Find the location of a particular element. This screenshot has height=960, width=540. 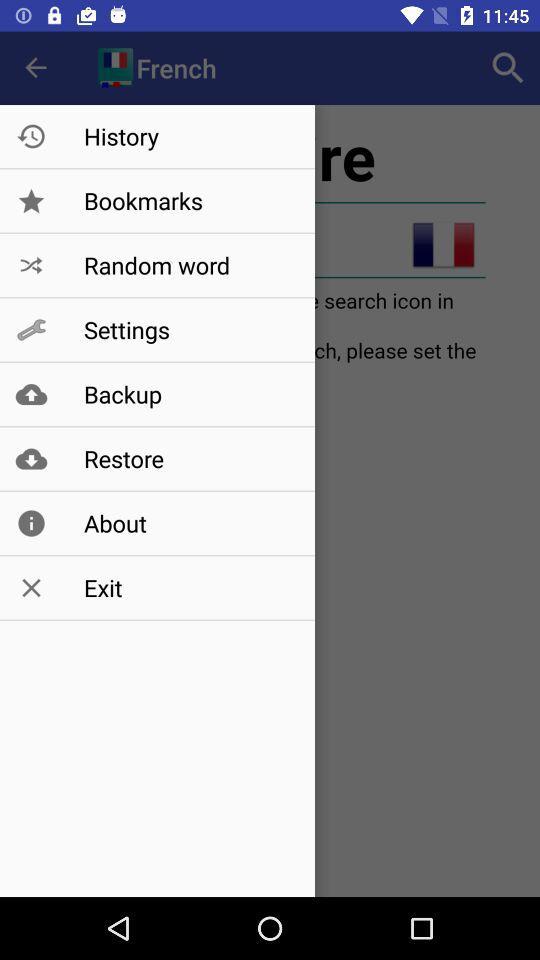

exit is located at coordinates (189, 588).